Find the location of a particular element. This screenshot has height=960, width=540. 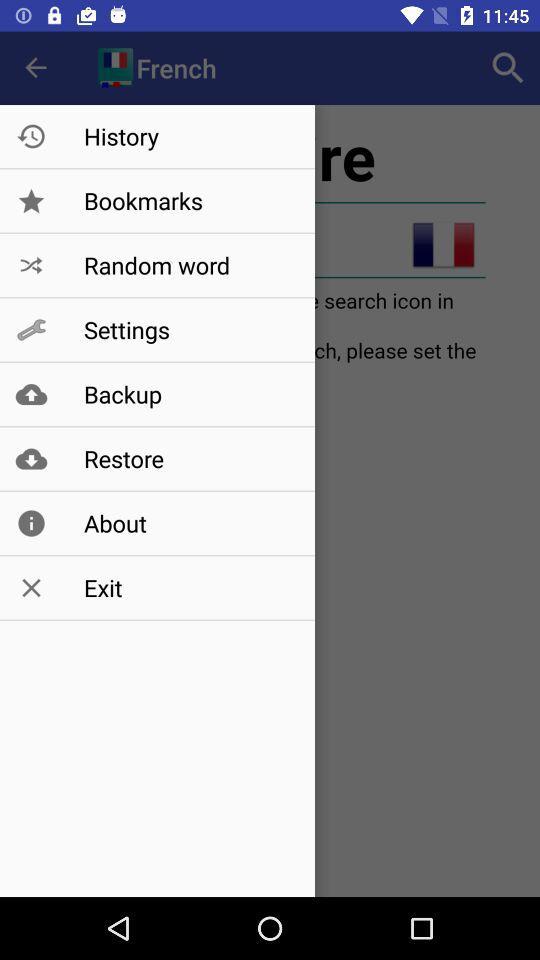

exit is located at coordinates (189, 588).